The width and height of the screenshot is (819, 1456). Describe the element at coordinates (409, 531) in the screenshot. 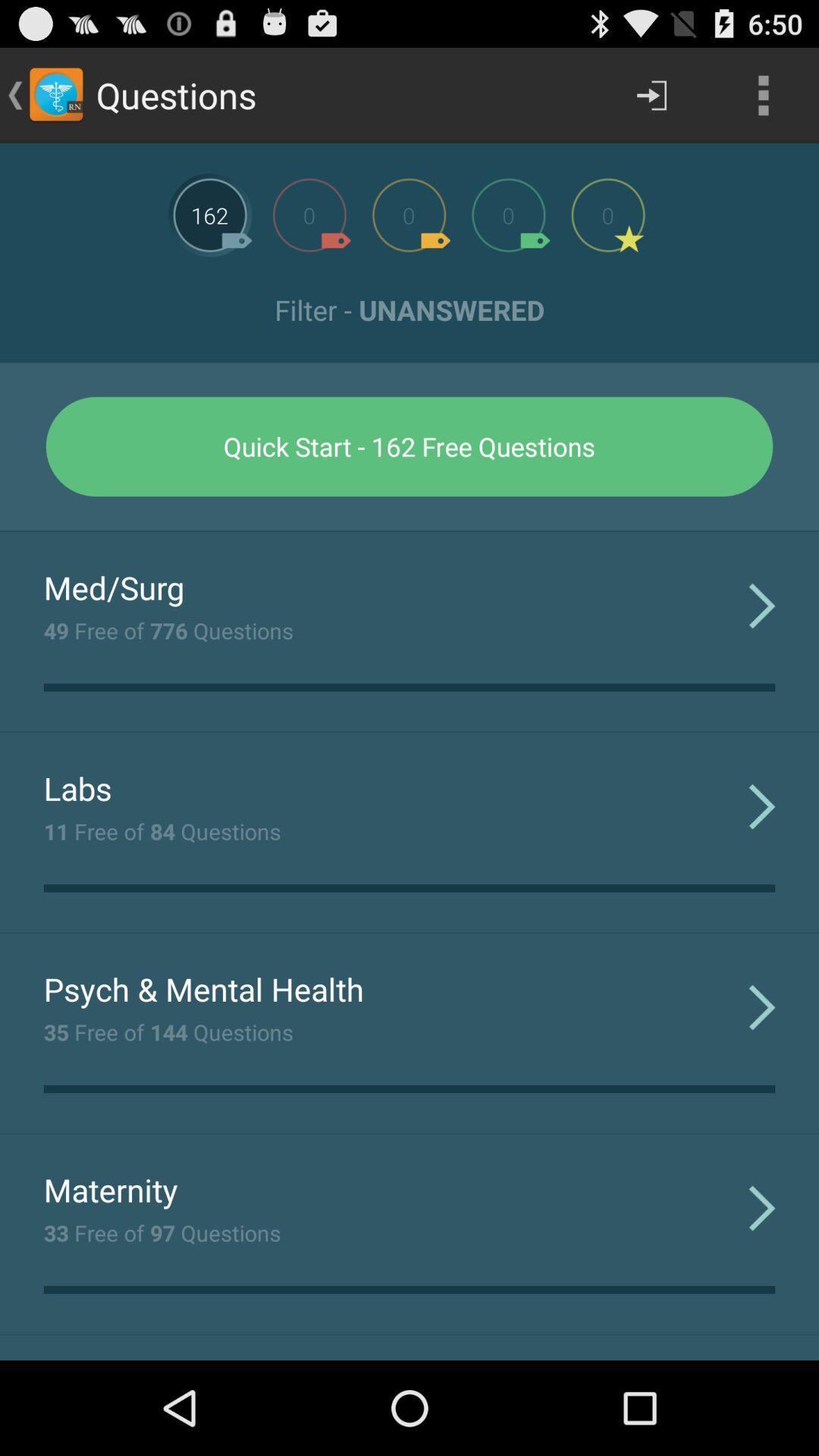

I see `the icon below quick start 162 icon` at that location.